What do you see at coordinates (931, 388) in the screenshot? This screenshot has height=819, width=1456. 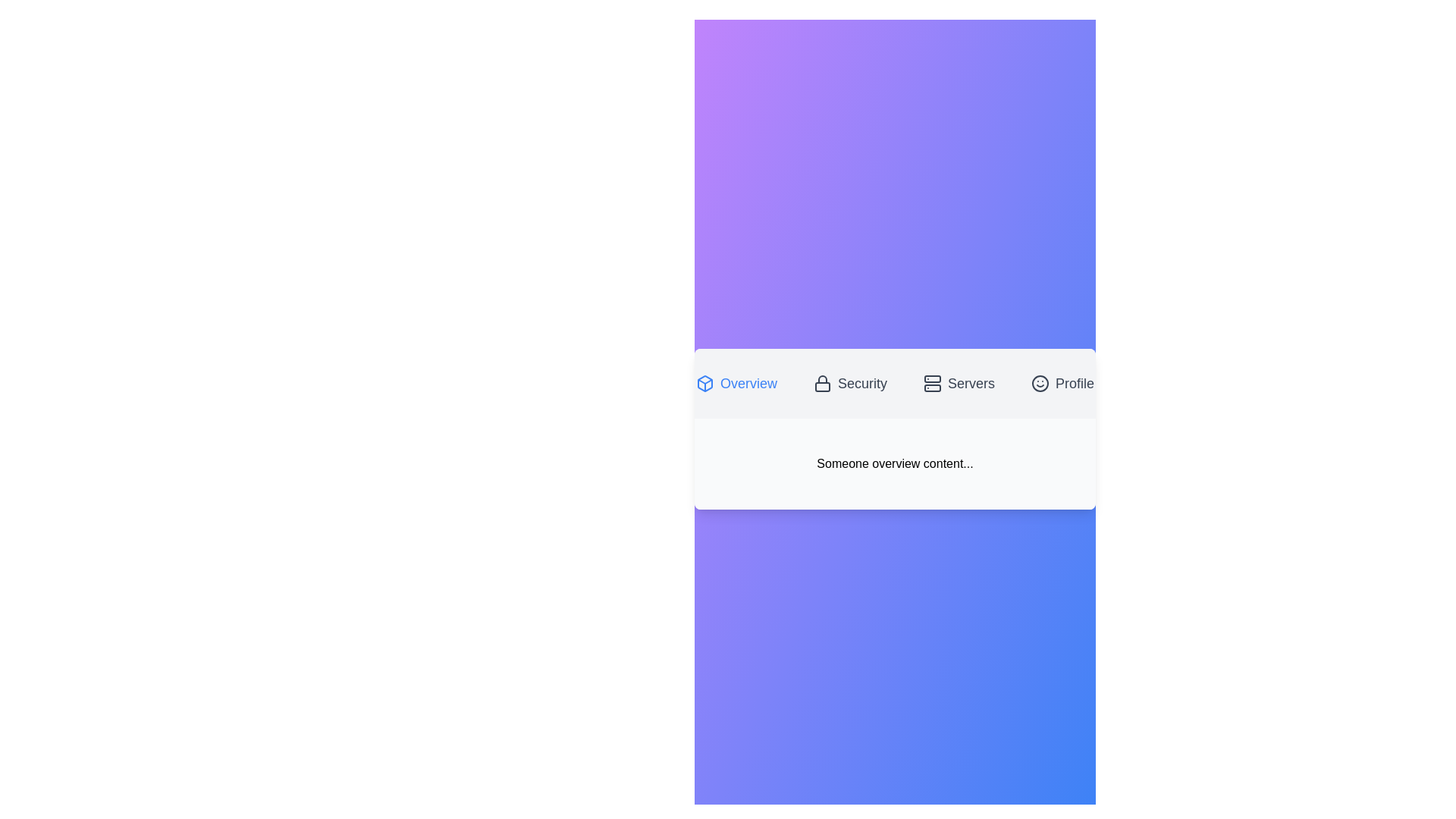 I see `the second rectangular element in the stacked server icon located in the navigation bar, positioned below the first rectangle` at bounding box center [931, 388].